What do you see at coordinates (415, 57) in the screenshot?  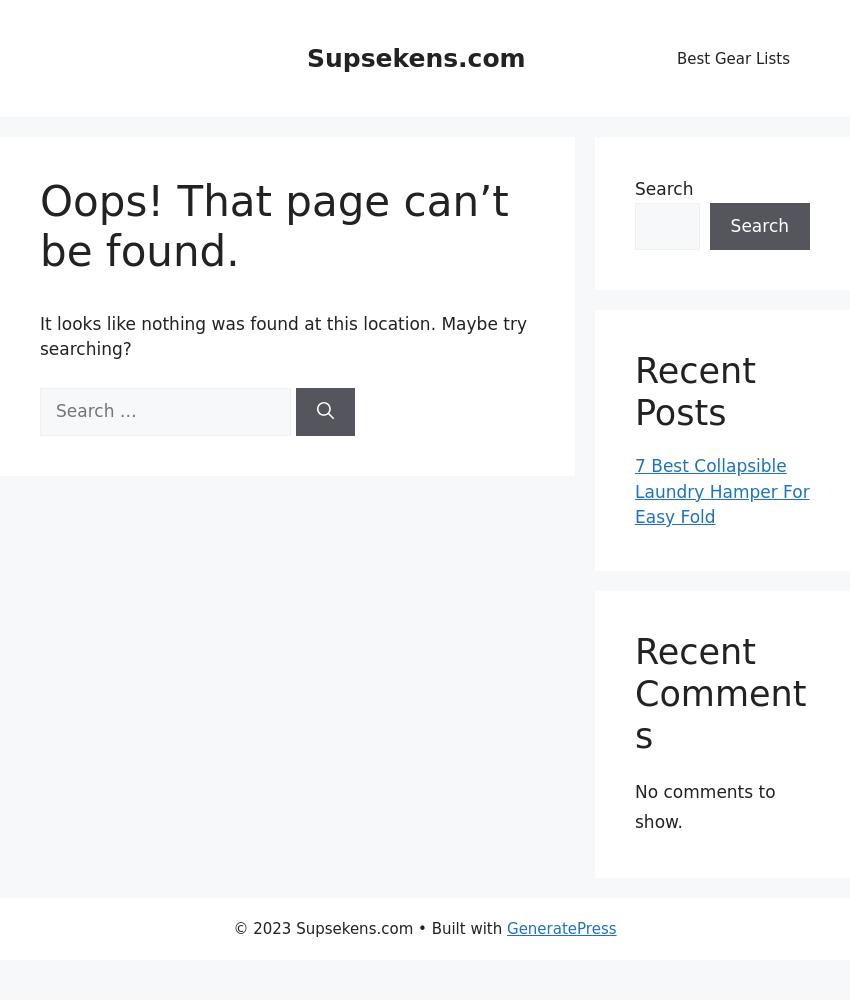 I see `'Supsekens.com'` at bounding box center [415, 57].